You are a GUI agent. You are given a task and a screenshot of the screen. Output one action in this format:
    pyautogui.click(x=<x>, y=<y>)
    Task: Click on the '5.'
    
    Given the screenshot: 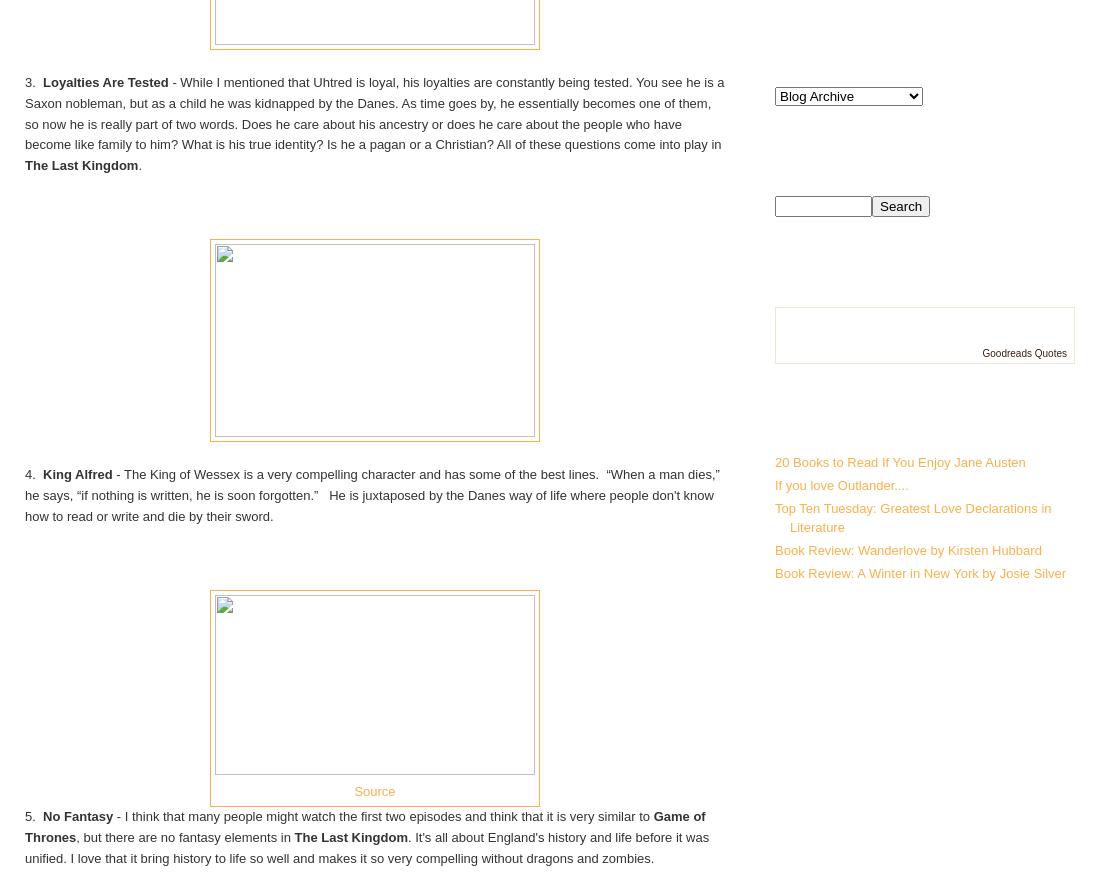 What is the action you would take?
    pyautogui.click(x=23, y=816)
    